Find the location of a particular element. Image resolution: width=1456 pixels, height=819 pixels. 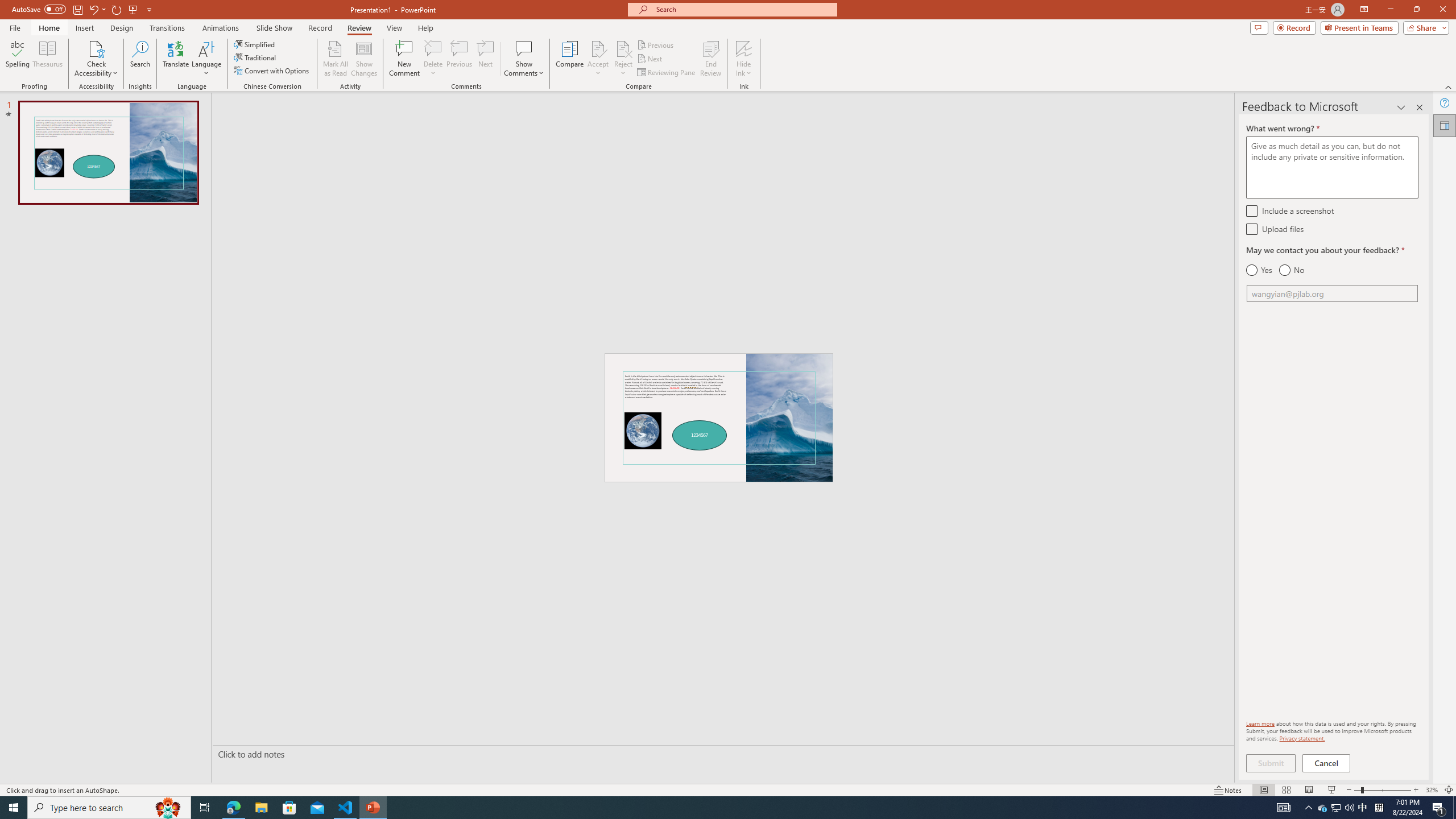

'Include a screenshot' is located at coordinates (1251, 210).